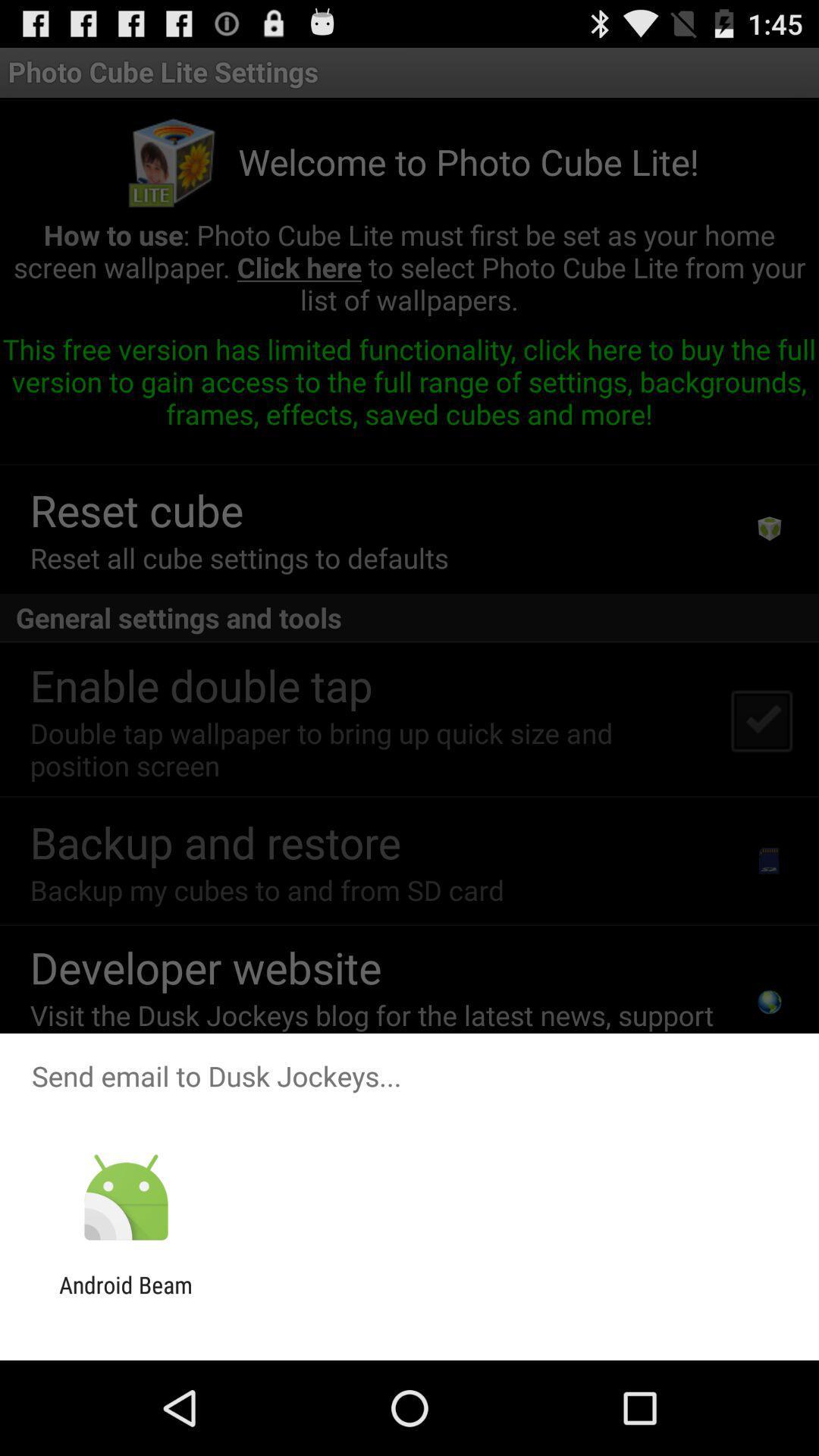 The width and height of the screenshot is (819, 1456). I want to click on android beam icon, so click(125, 1298).